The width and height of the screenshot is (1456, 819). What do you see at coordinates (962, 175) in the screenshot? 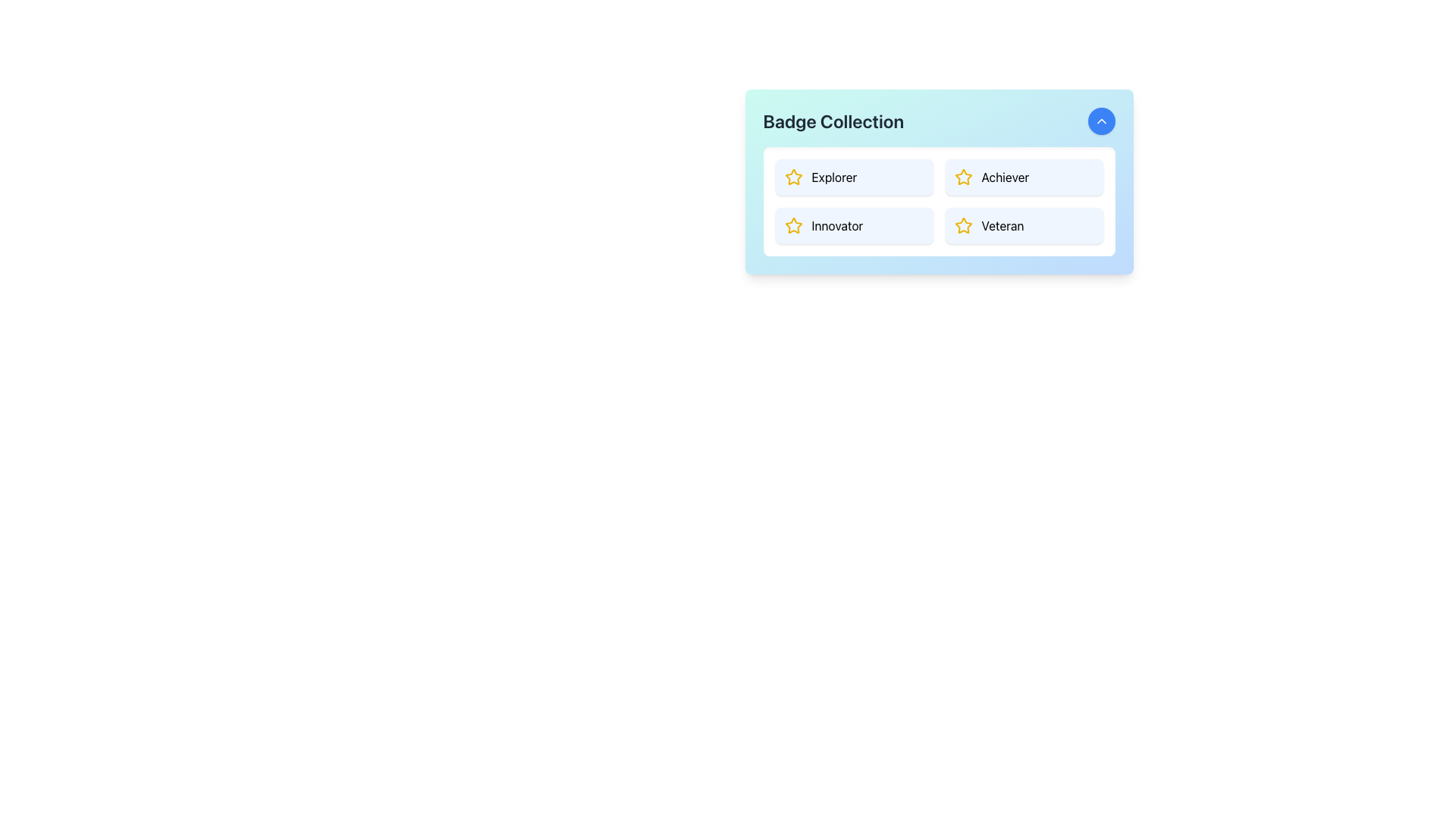
I see `the star-shaped golden-yellow icon associated with the 'Achiever' label` at bounding box center [962, 175].